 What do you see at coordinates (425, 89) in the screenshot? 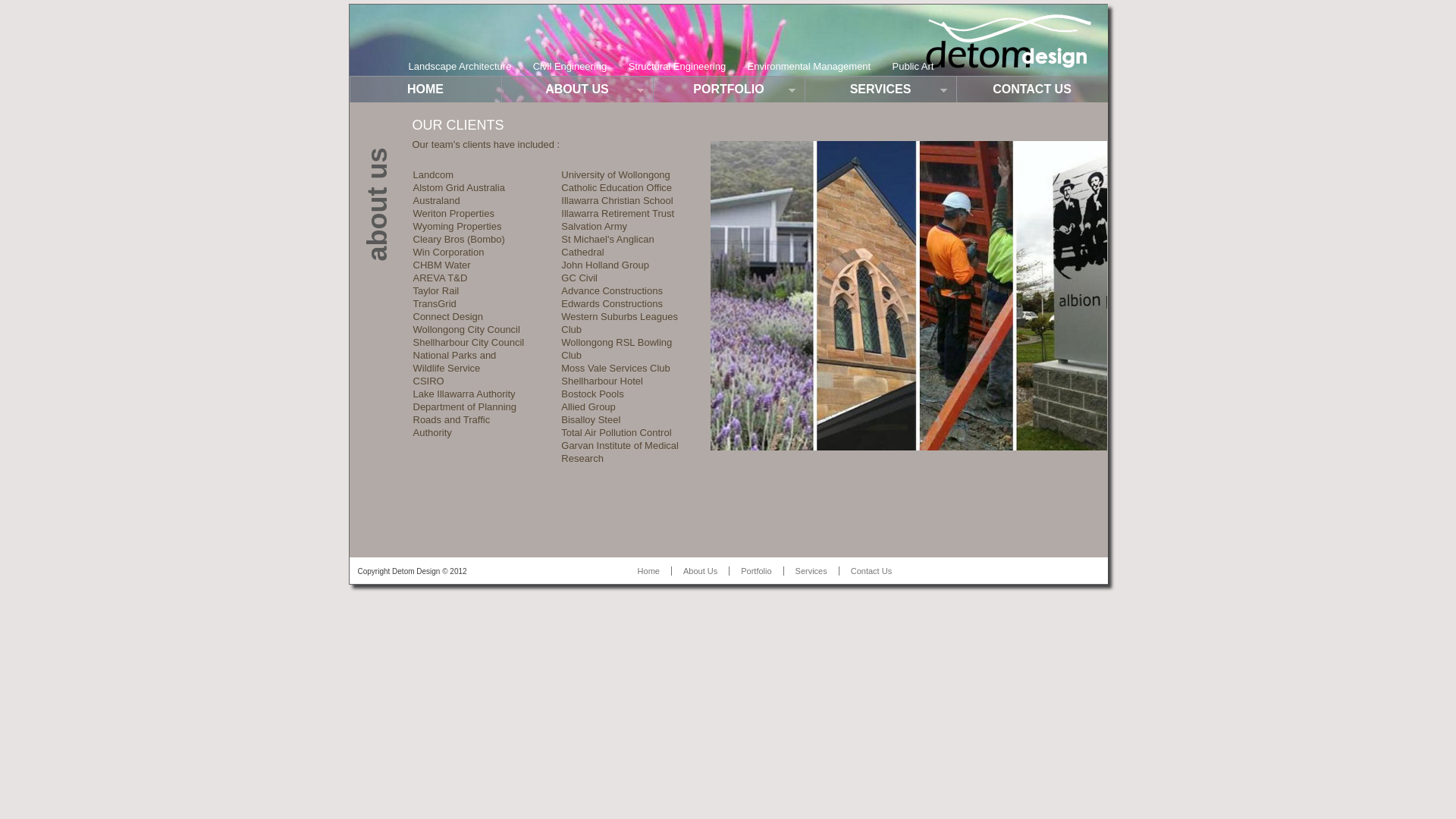
I see `'HOME'` at bounding box center [425, 89].